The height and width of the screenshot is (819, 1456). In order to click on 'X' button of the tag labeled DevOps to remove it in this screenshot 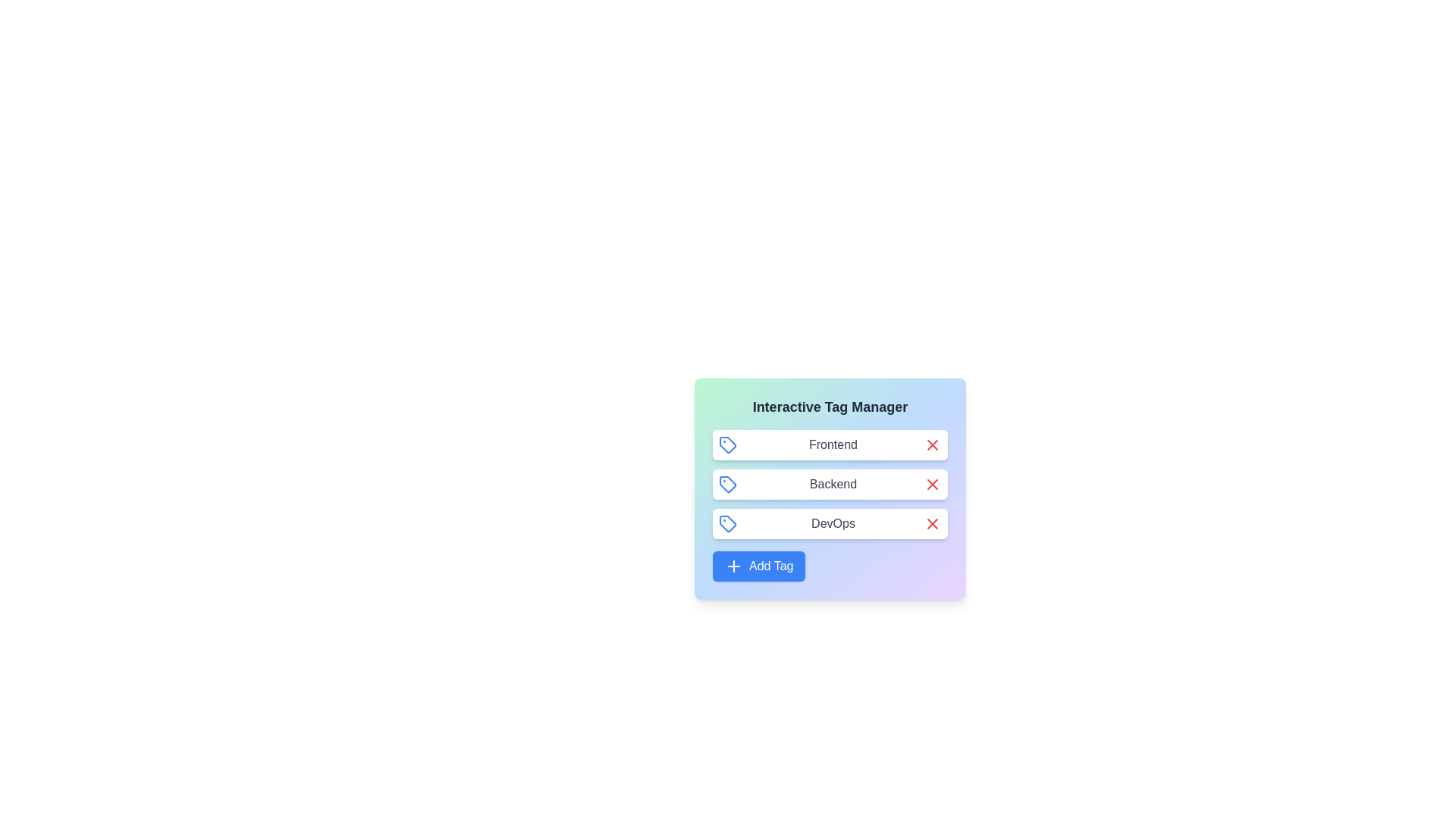, I will do `click(931, 522)`.